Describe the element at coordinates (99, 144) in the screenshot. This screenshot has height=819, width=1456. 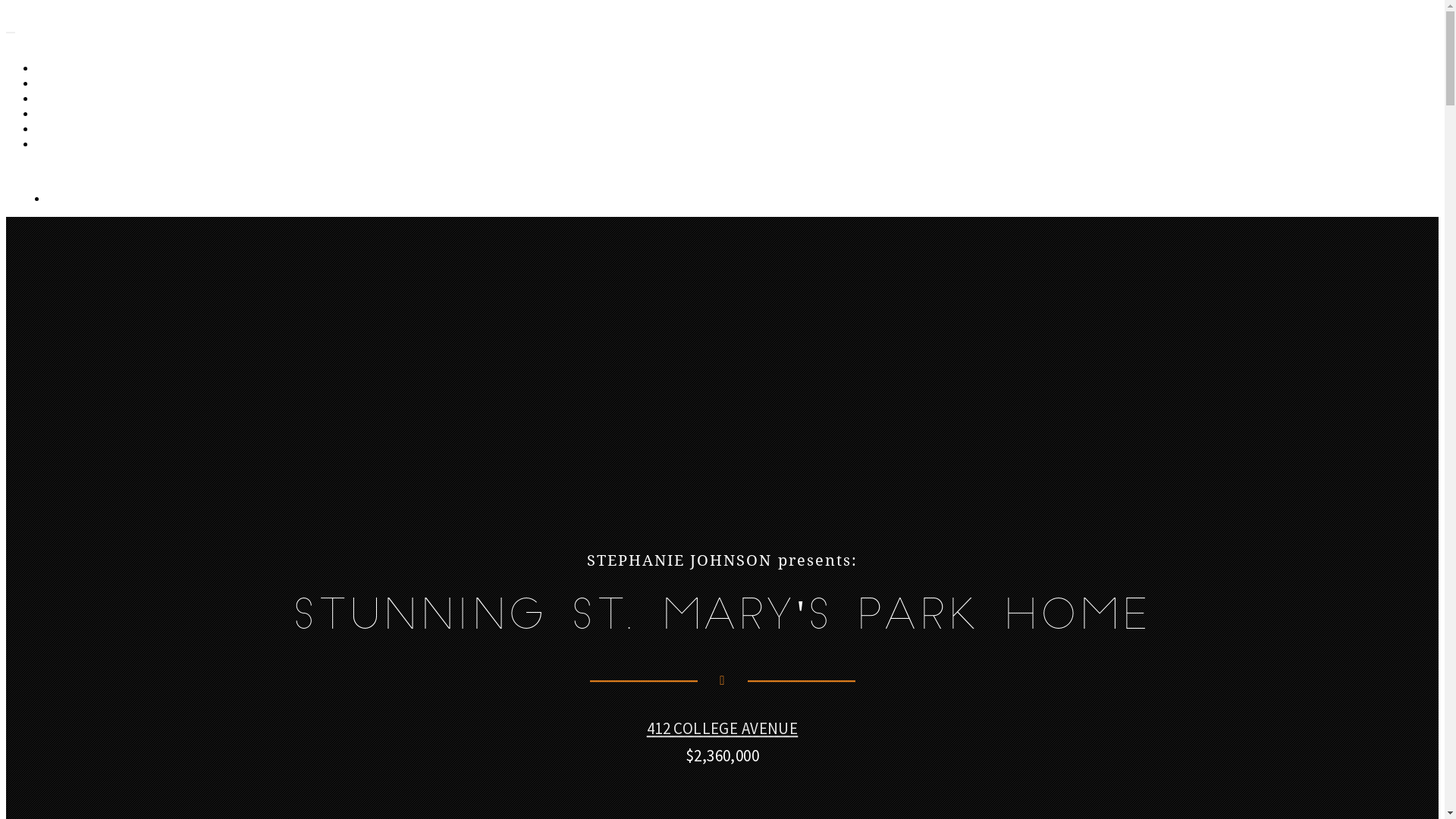
I see `'SCHEDULE & CONTACT'` at that location.